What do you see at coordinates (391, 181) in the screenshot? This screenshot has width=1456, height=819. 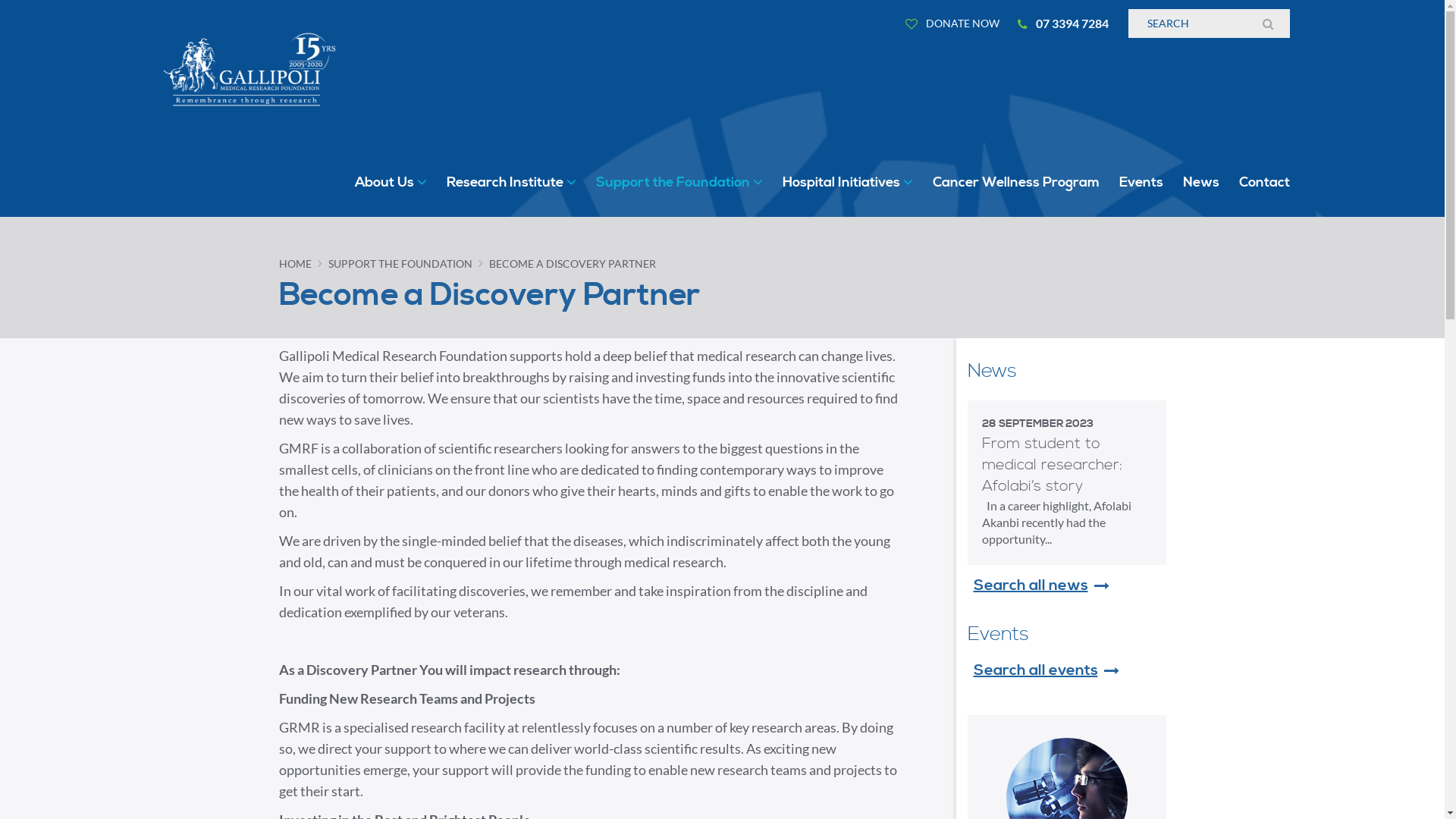 I see `'About Us'` at bounding box center [391, 181].